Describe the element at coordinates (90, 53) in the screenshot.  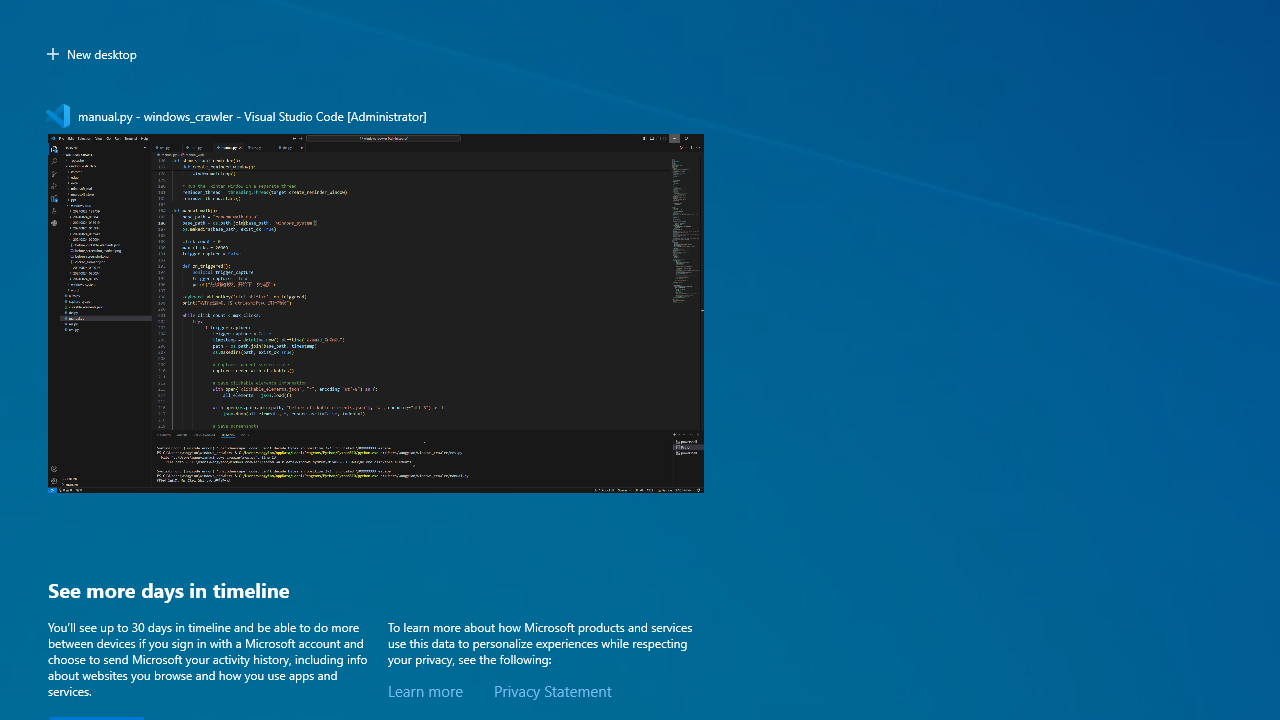
I see `'New desktop'` at that location.